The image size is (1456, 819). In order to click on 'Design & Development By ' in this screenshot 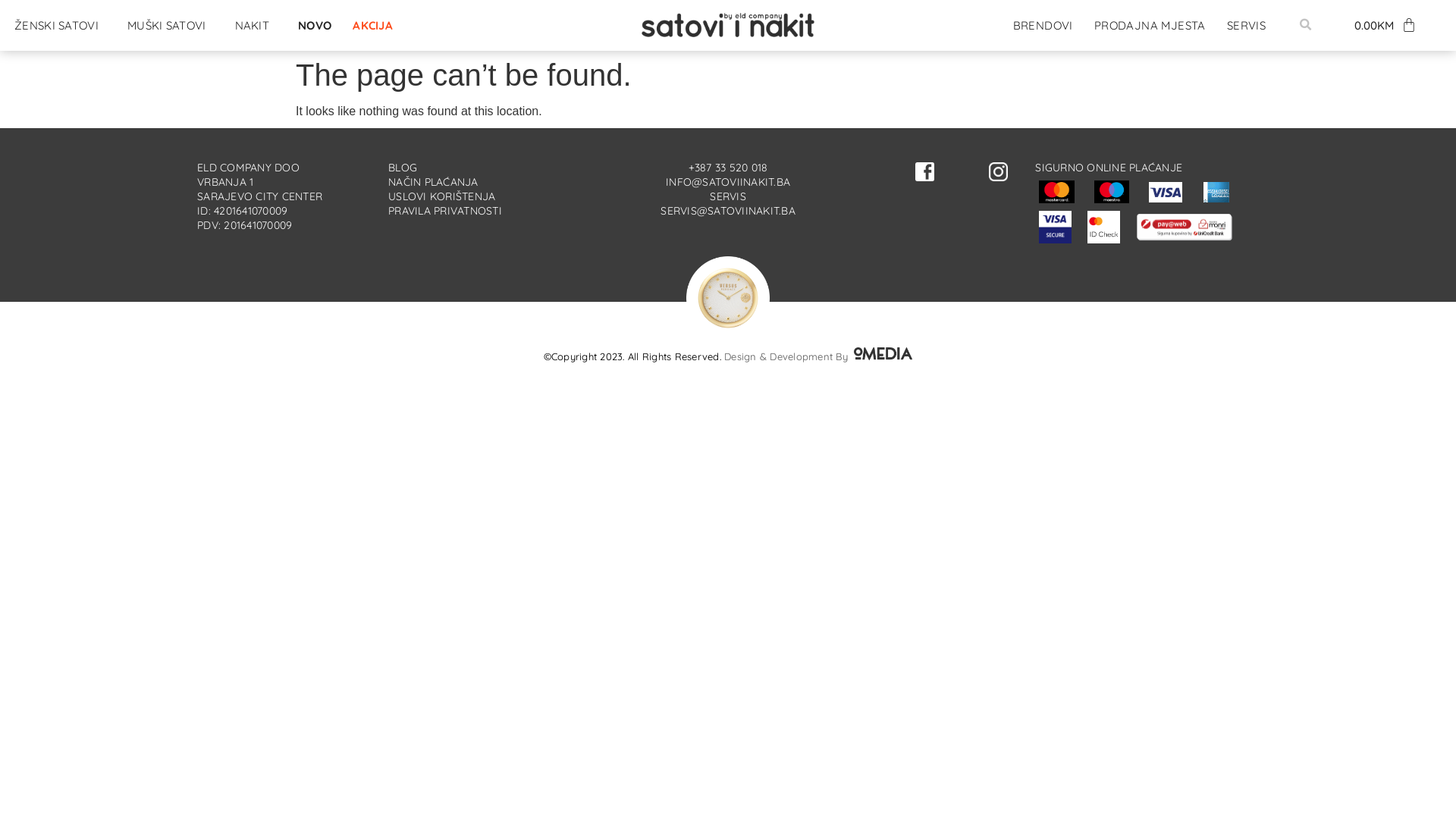, I will do `click(817, 356)`.